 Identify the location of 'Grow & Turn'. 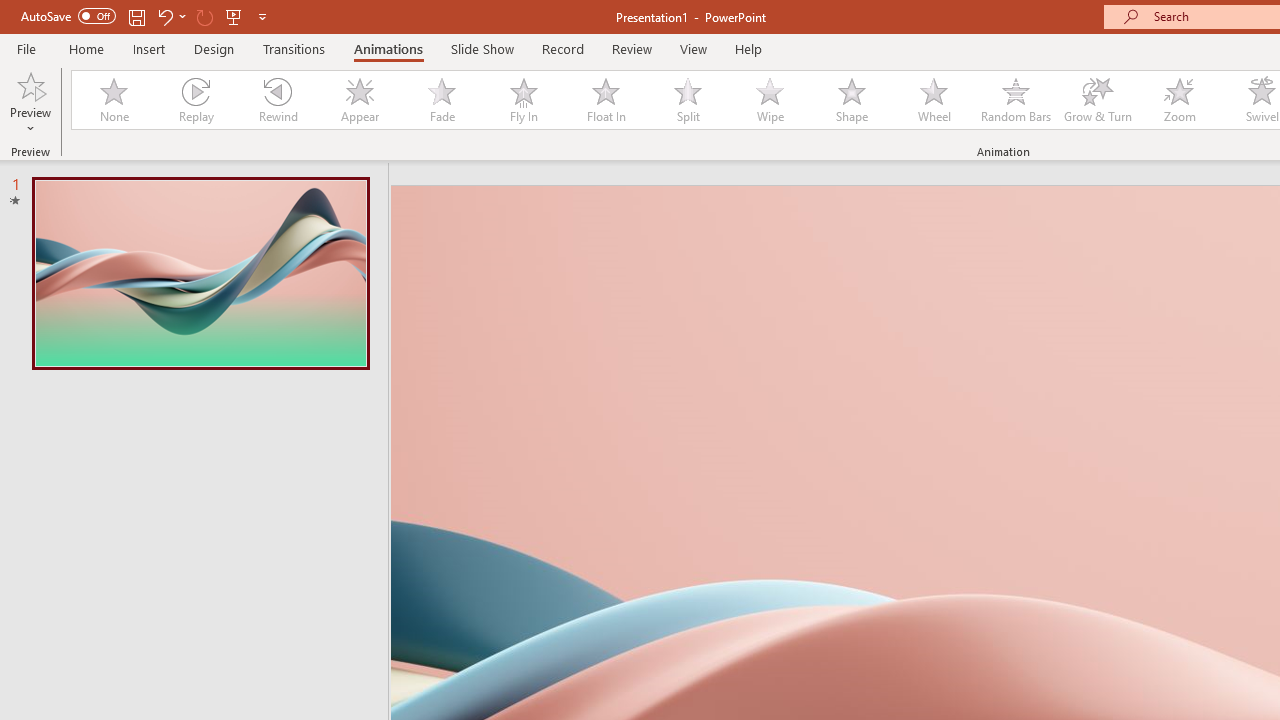
(1097, 100).